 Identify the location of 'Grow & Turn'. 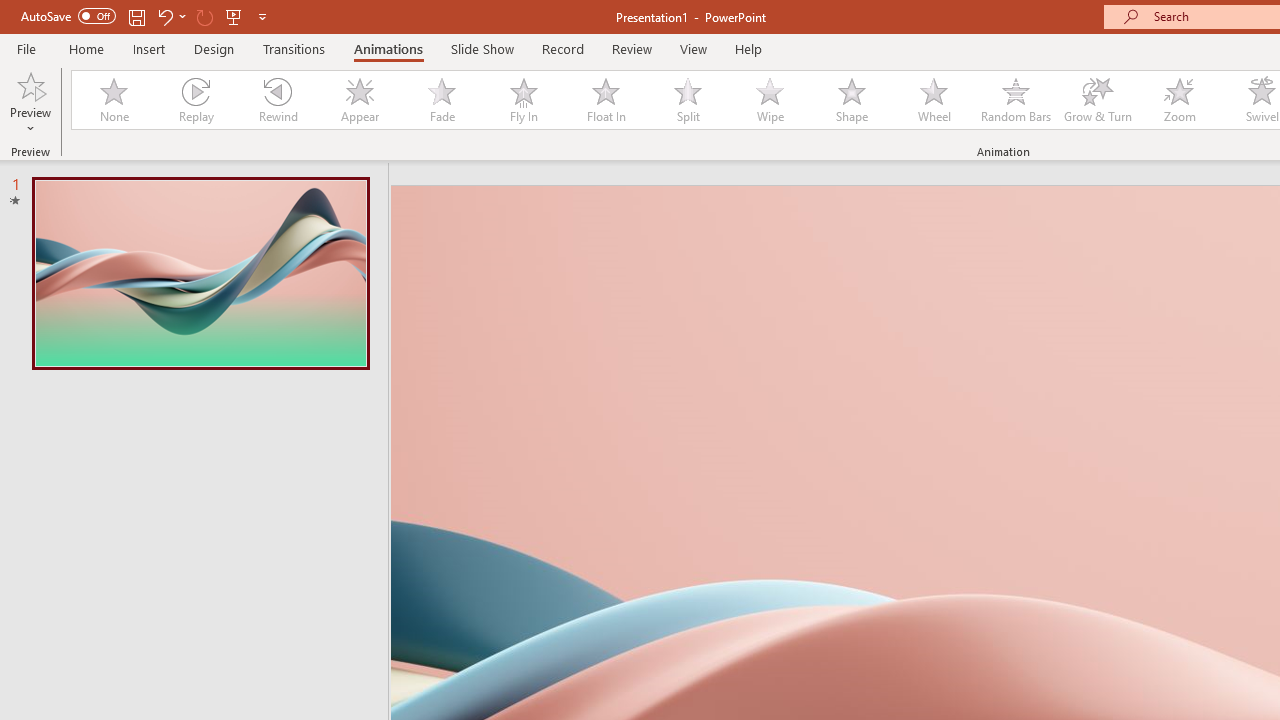
(1097, 100).